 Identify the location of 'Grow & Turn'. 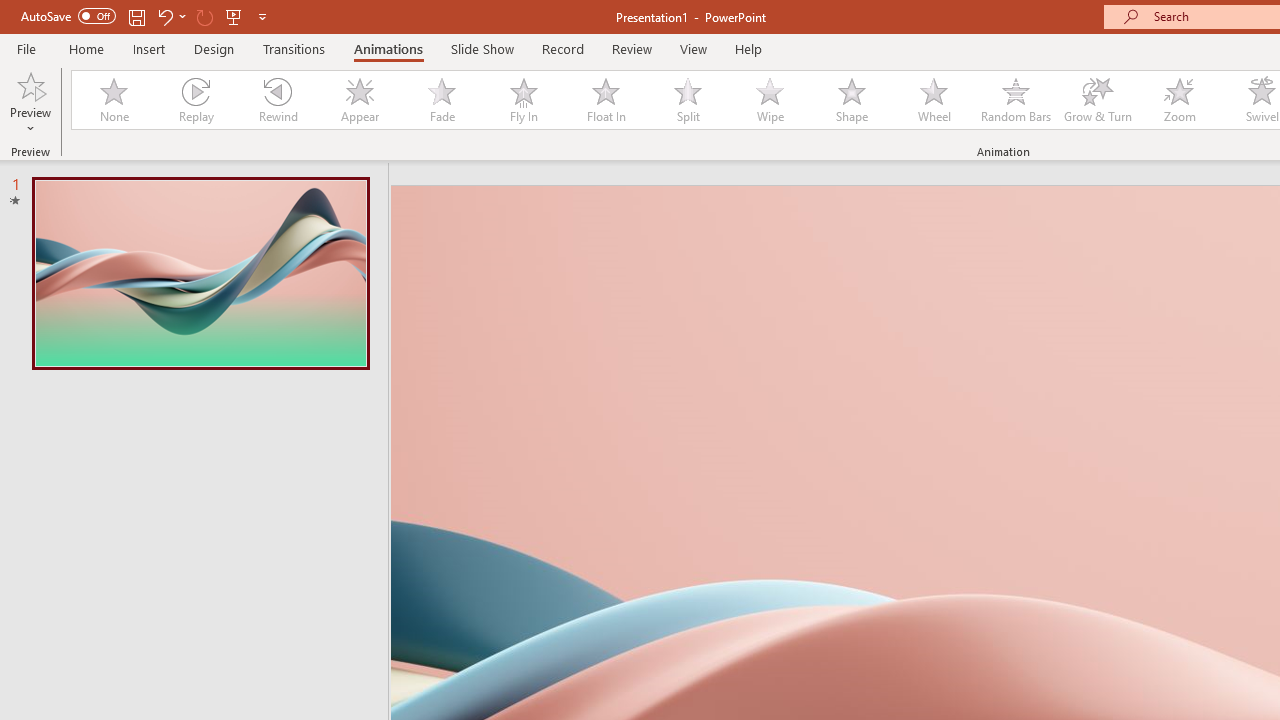
(1097, 100).